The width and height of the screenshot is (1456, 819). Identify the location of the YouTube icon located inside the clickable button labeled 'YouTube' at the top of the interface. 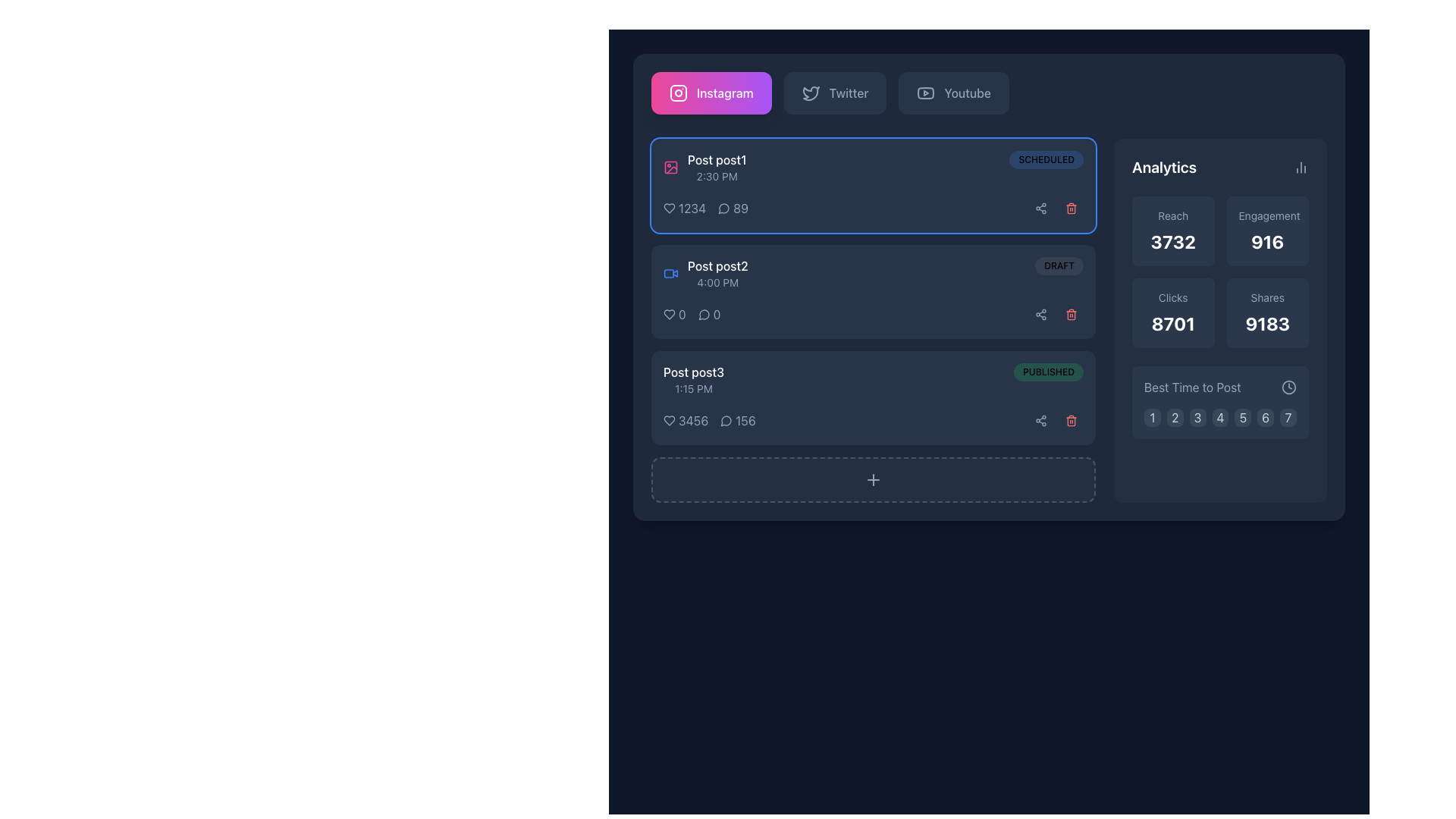
(925, 93).